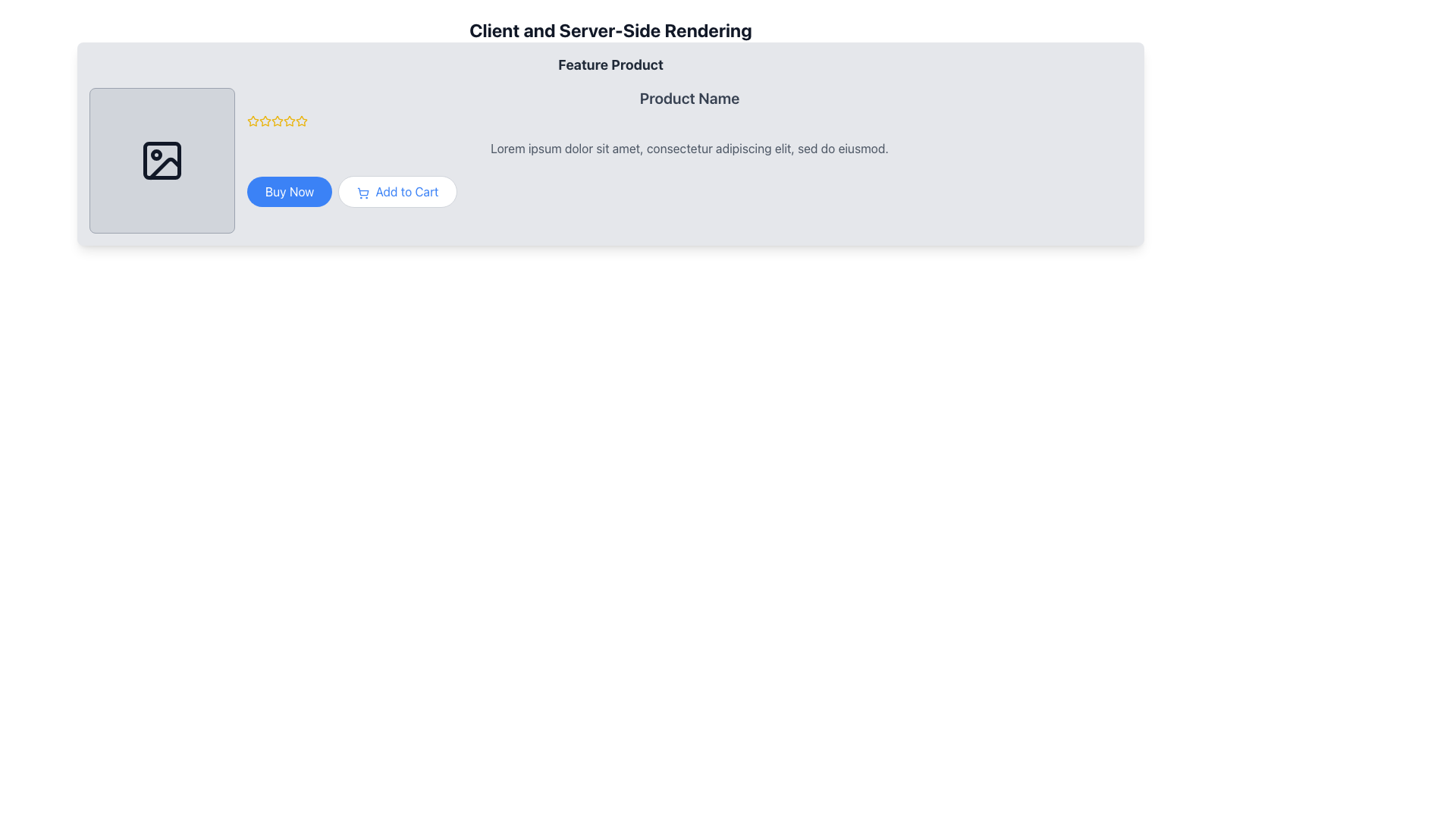 The image size is (1456, 819). I want to click on the 'Buy Now' button, so click(290, 191).